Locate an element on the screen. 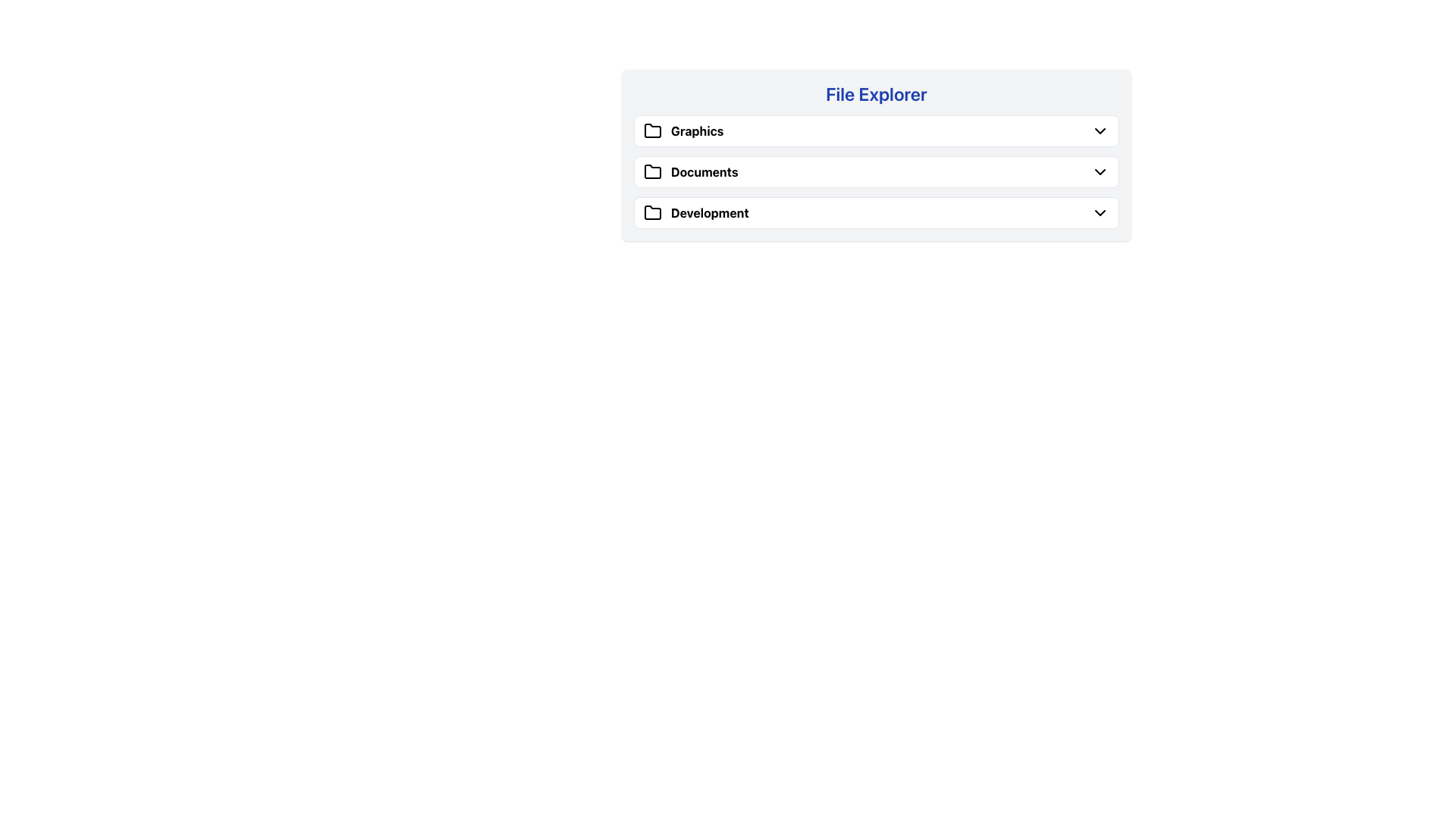  the bold text label 'Documents' located in the 'File Explorer' section is located at coordinates (690, 171).